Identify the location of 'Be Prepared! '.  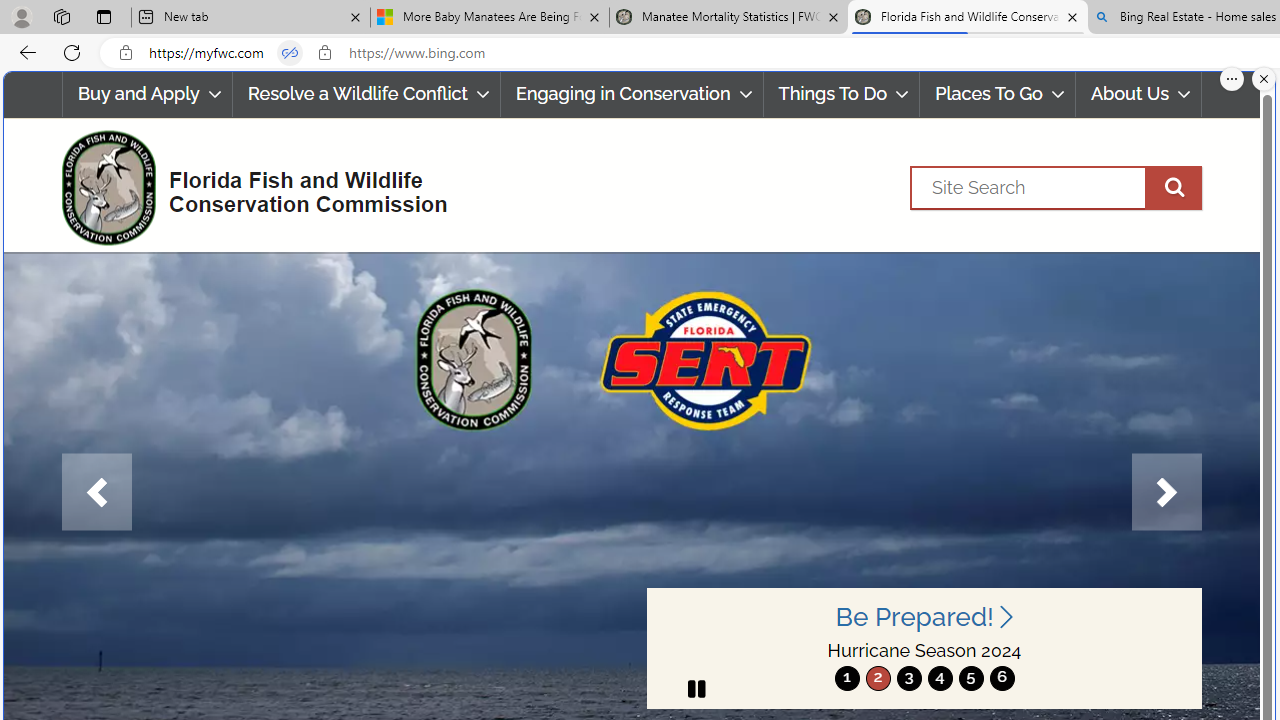
(923, 616).